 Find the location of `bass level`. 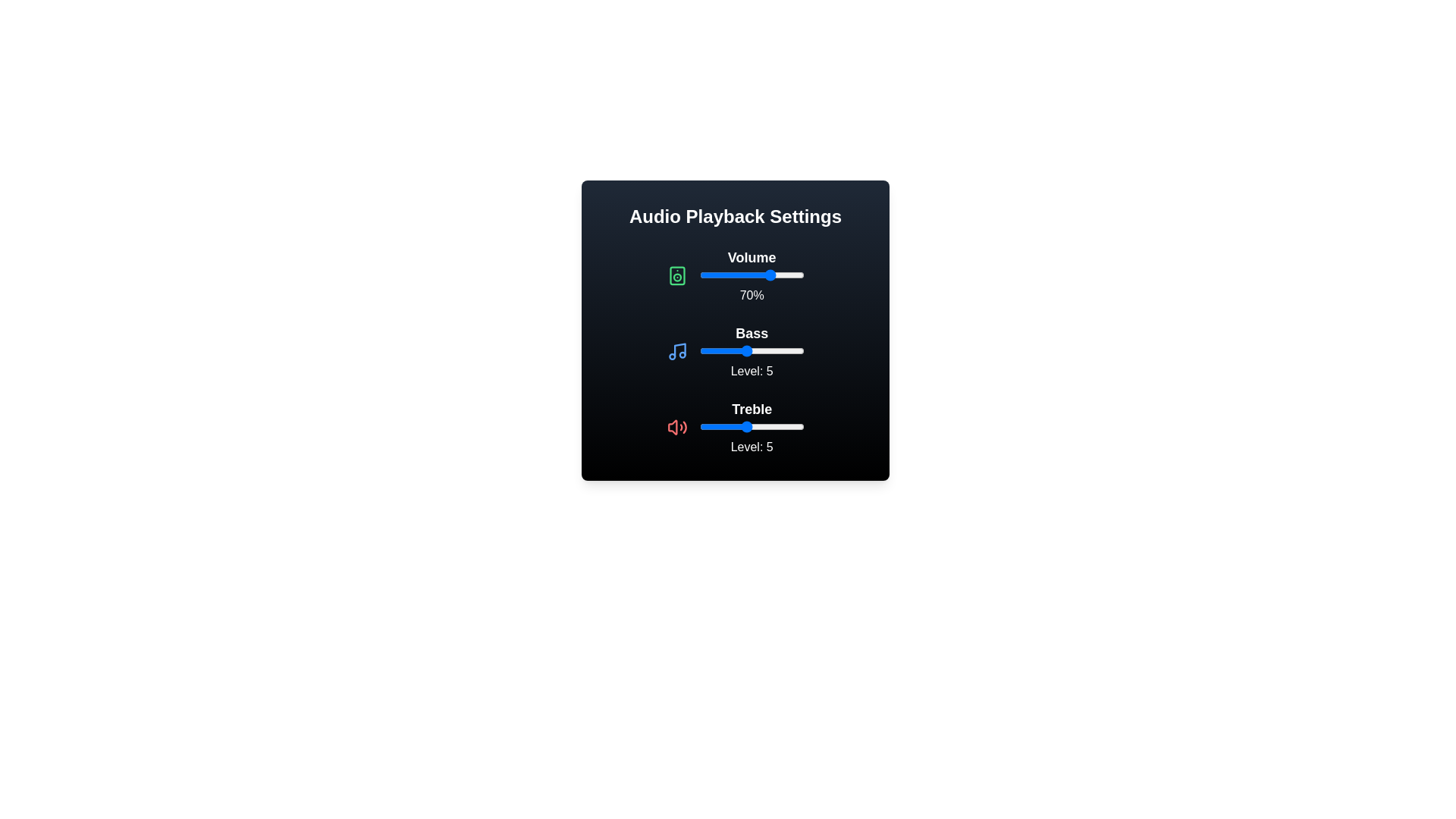

bass level is located at coordinates (698, 350).